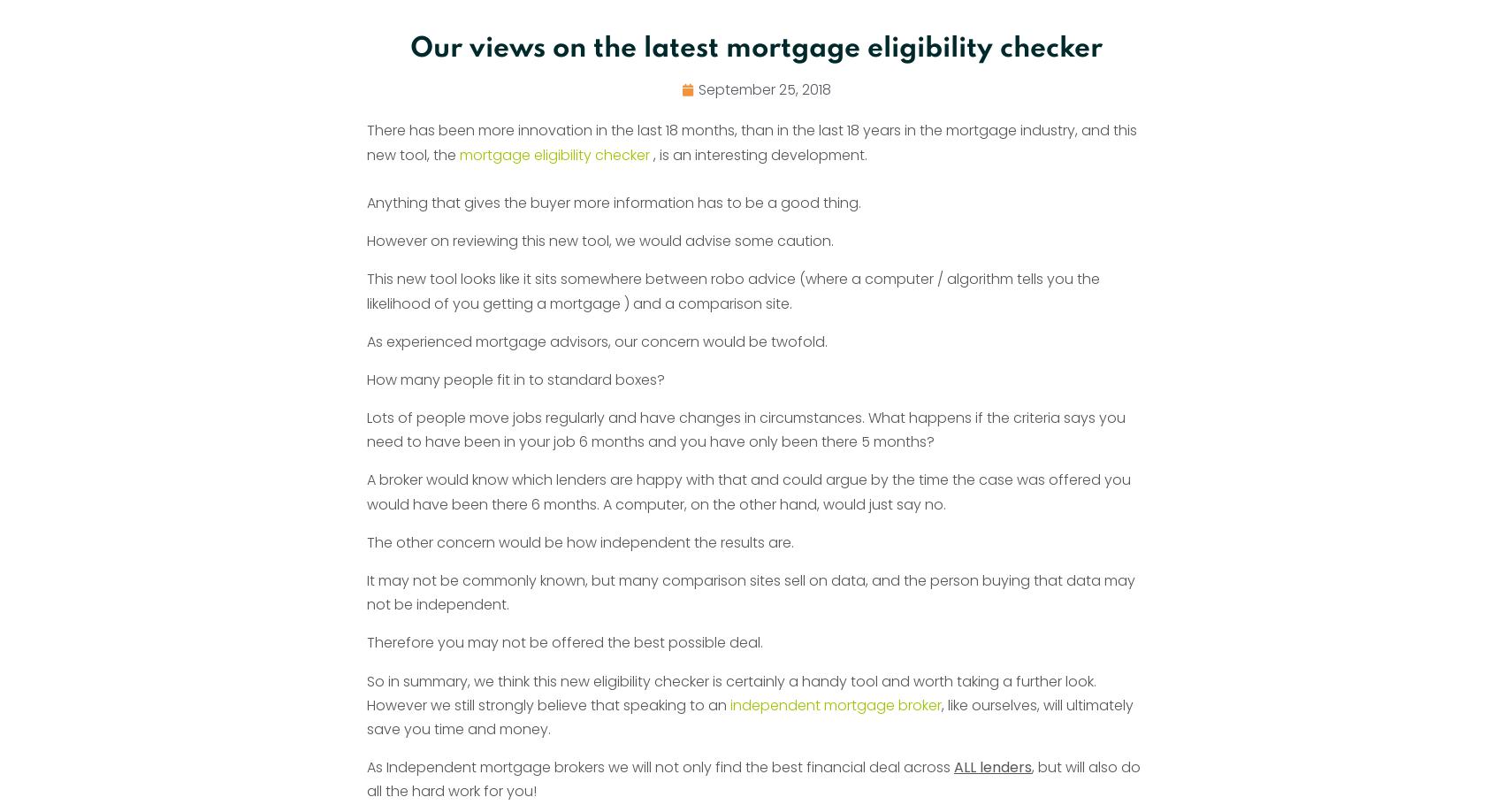 The width and height of the screenshot is (1512, 805). What do you see at coordinates (1039, 461) in the screenshot?
I see `'4 Trust Court Vision Park Histon'` at bounding box center [1039, 461].